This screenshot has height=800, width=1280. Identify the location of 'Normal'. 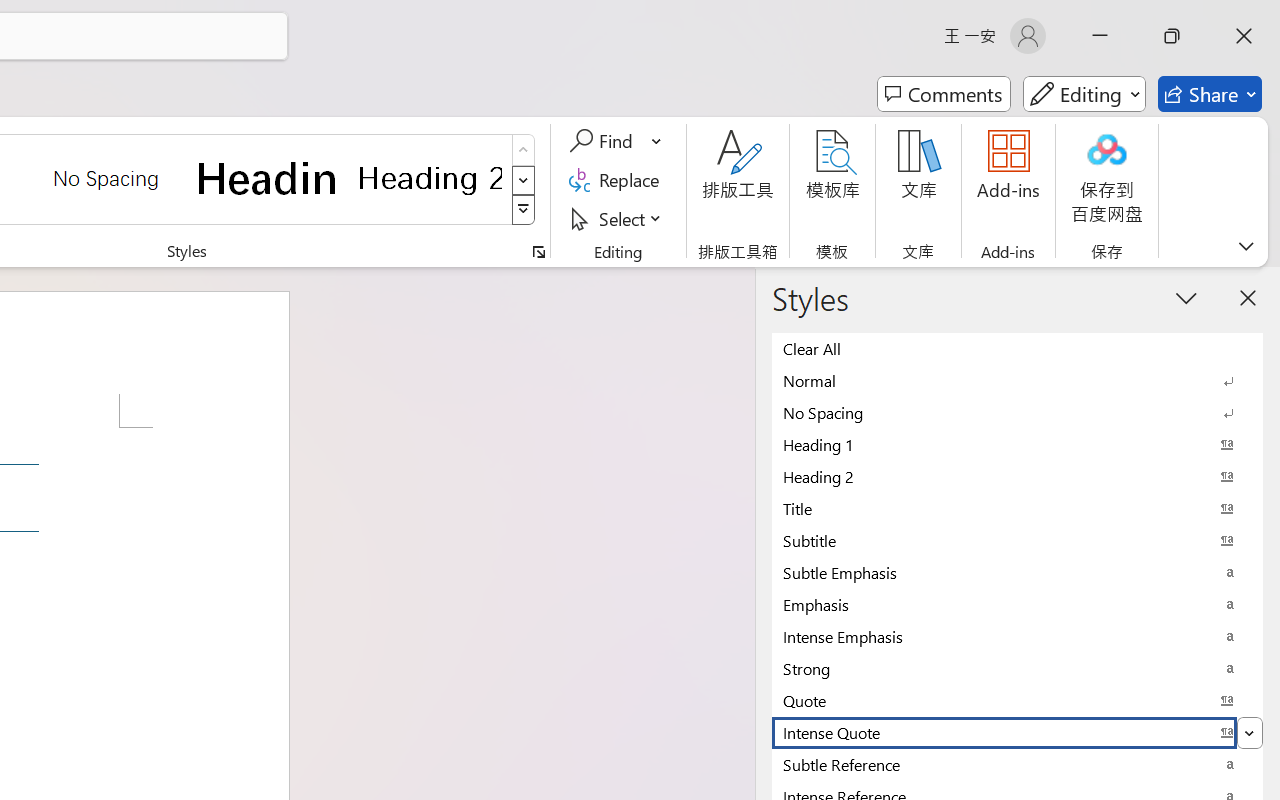
(1017, 379).